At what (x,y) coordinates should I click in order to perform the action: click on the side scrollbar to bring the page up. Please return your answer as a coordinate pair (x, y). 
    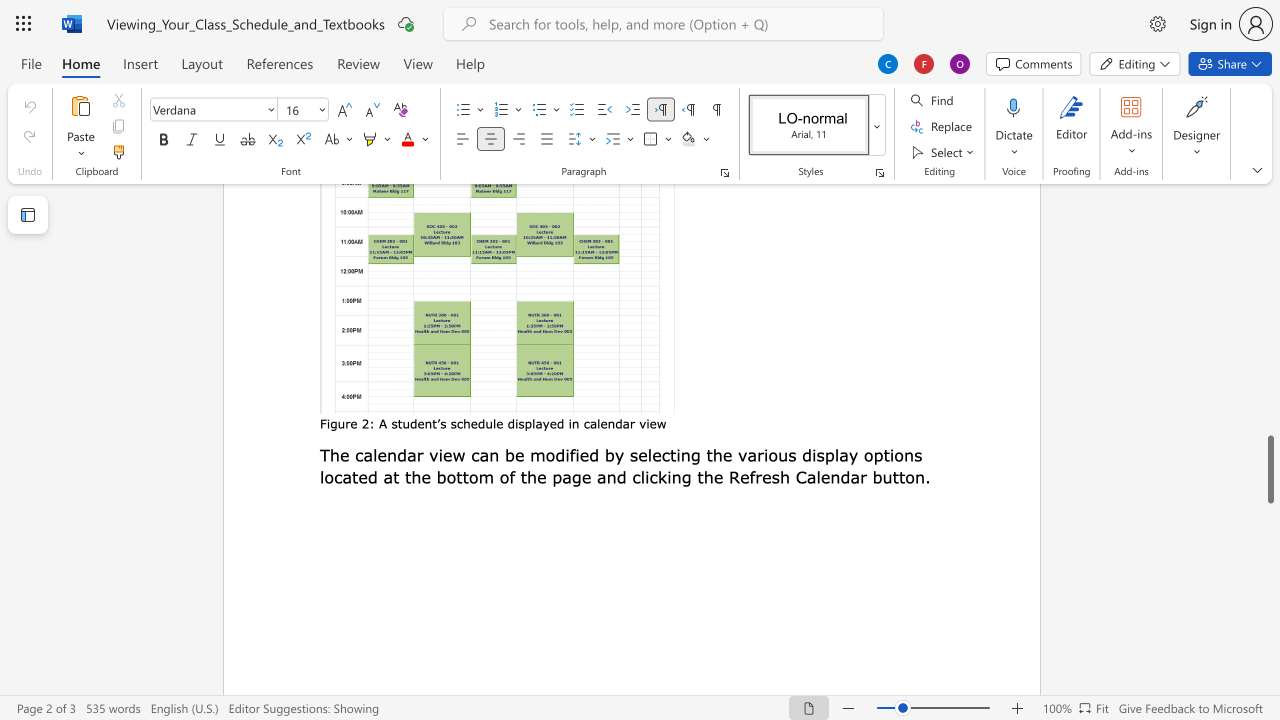
    Looking at the image, I should click on (1269, 400).